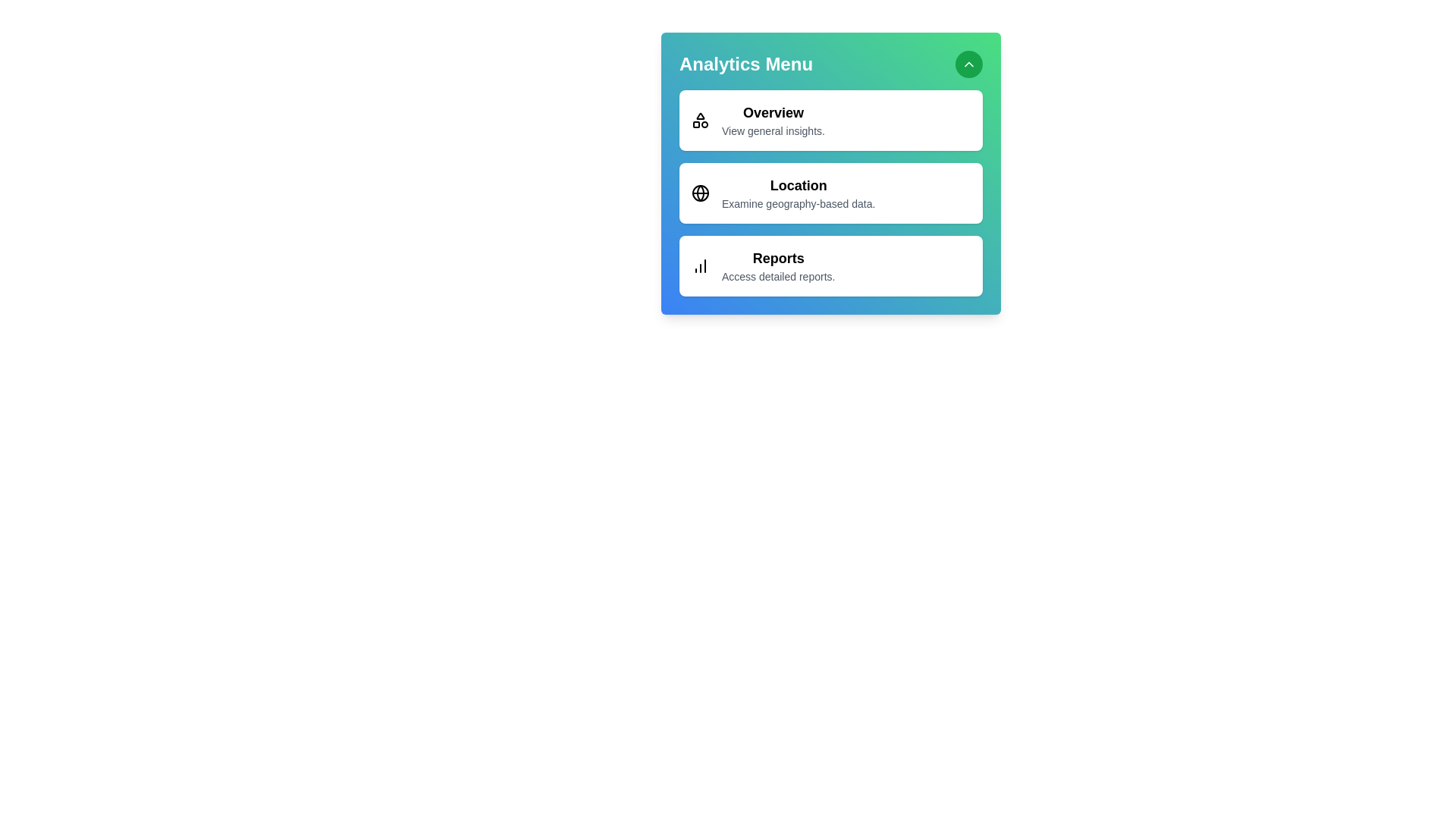  What do you see at coordinates (700, 265) in the screenshot?
I see `the icon associated with Reports to perform its action` at bounding box center [700, 265].